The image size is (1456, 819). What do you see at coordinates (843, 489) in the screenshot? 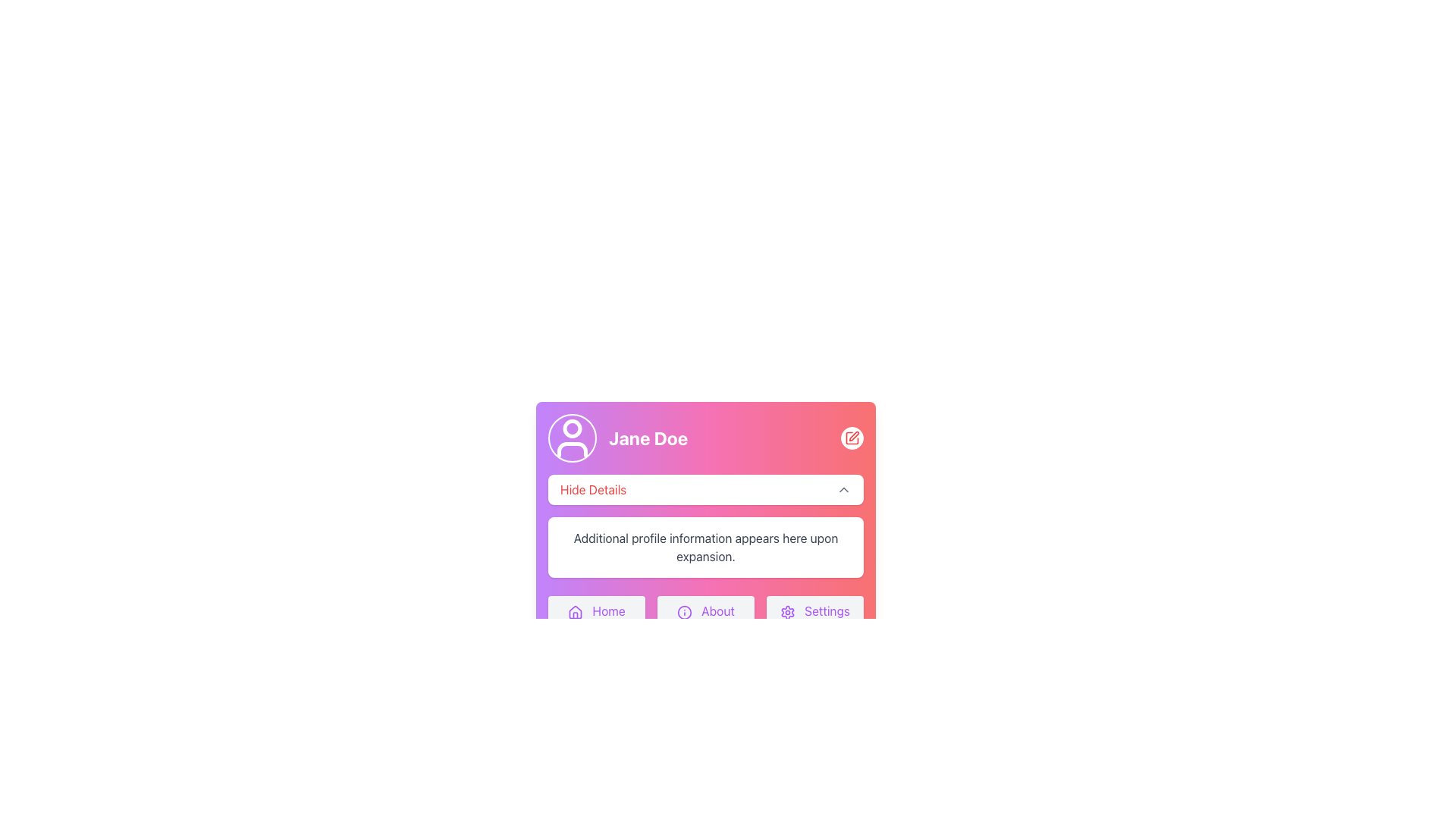
I see `the chevron-up icon located on the far-right side of the 'Hide Details' button` at bounding box center [843, 489].